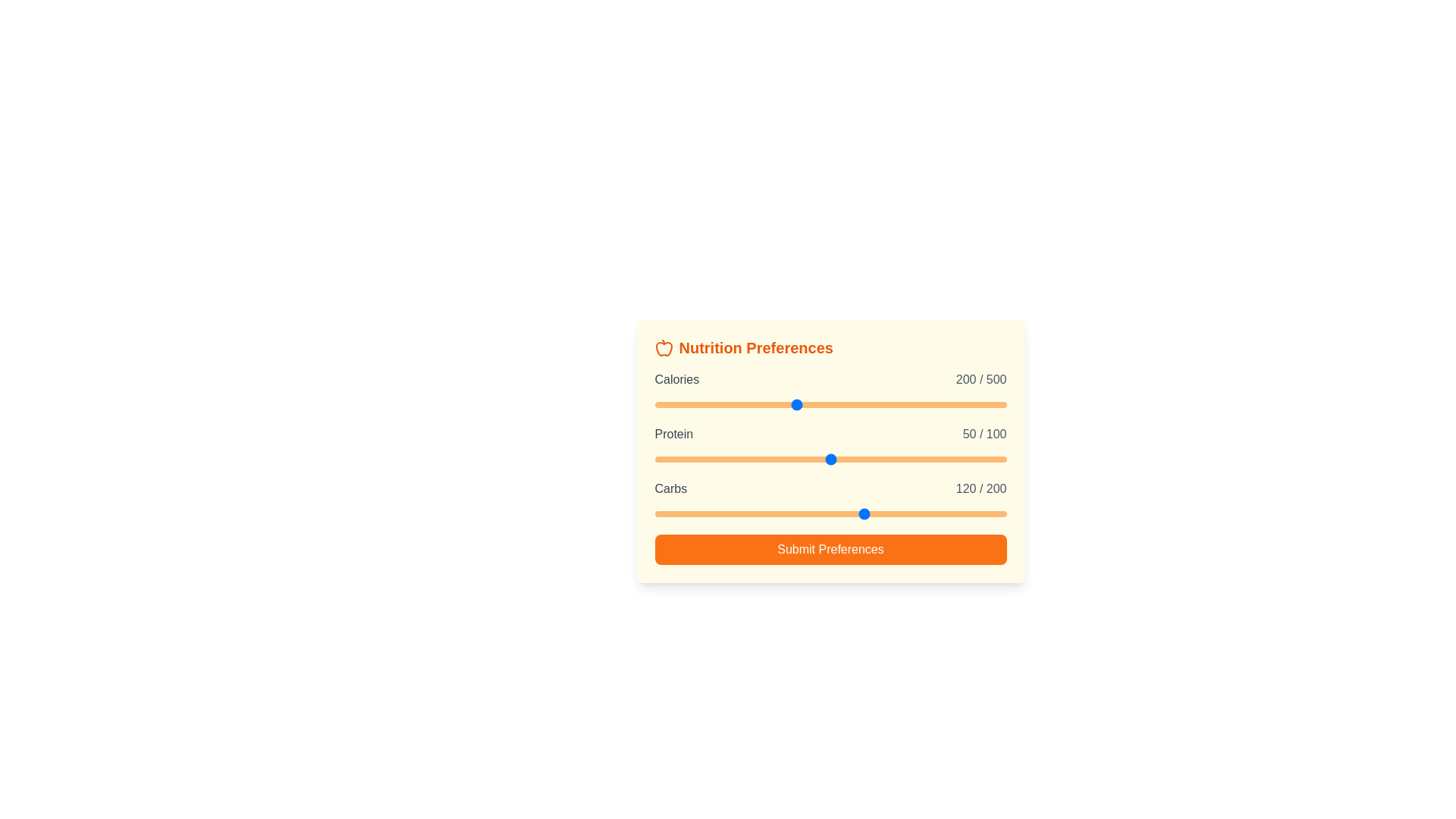 This screenshot has width=1456, height=819. I want to click on the caloric value, so click(805, 403).